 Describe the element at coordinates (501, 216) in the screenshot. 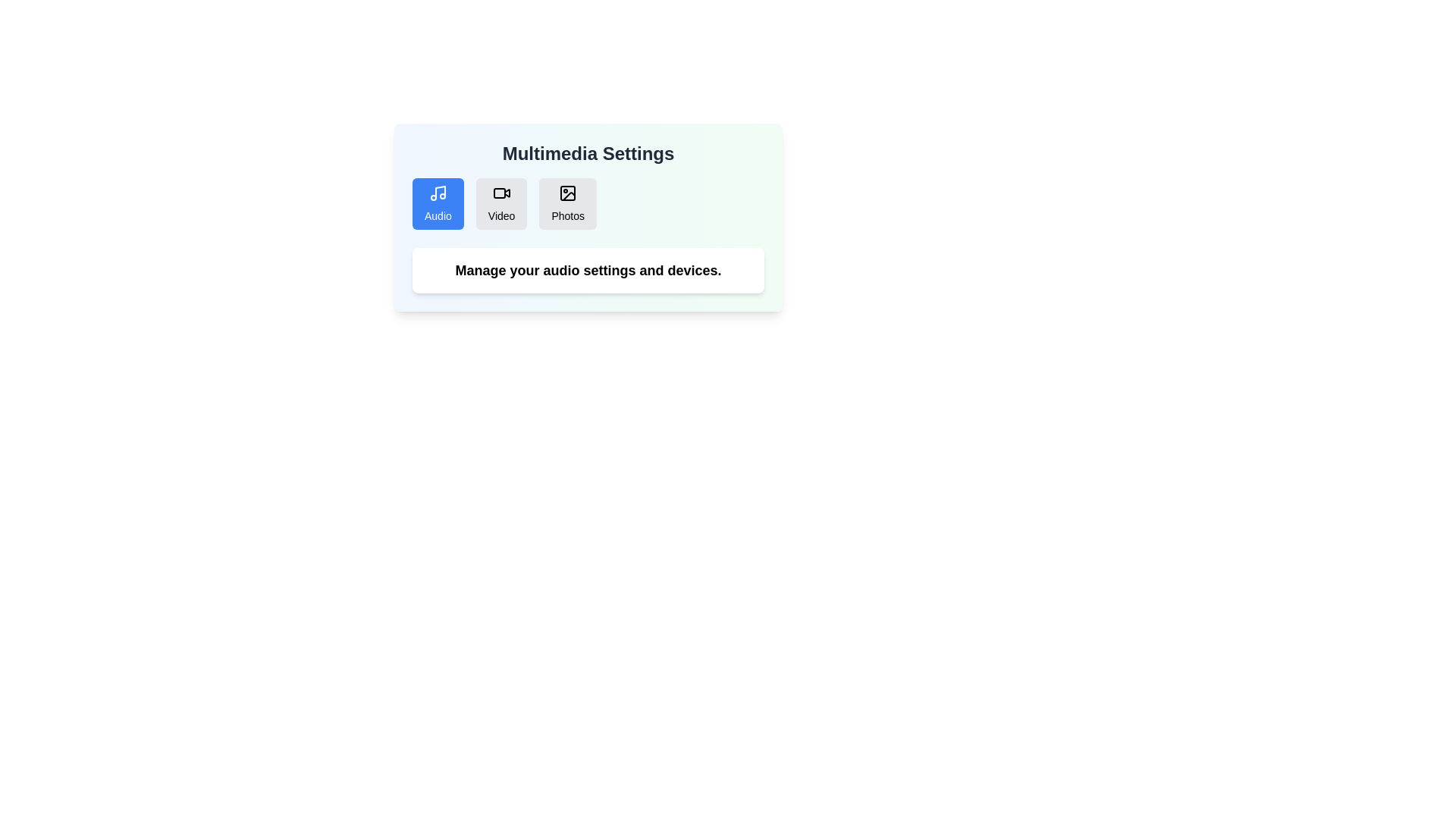

I see `the 'Video' label in the multimedia settings panel, which is the second option from the left below the central icon` at that location.